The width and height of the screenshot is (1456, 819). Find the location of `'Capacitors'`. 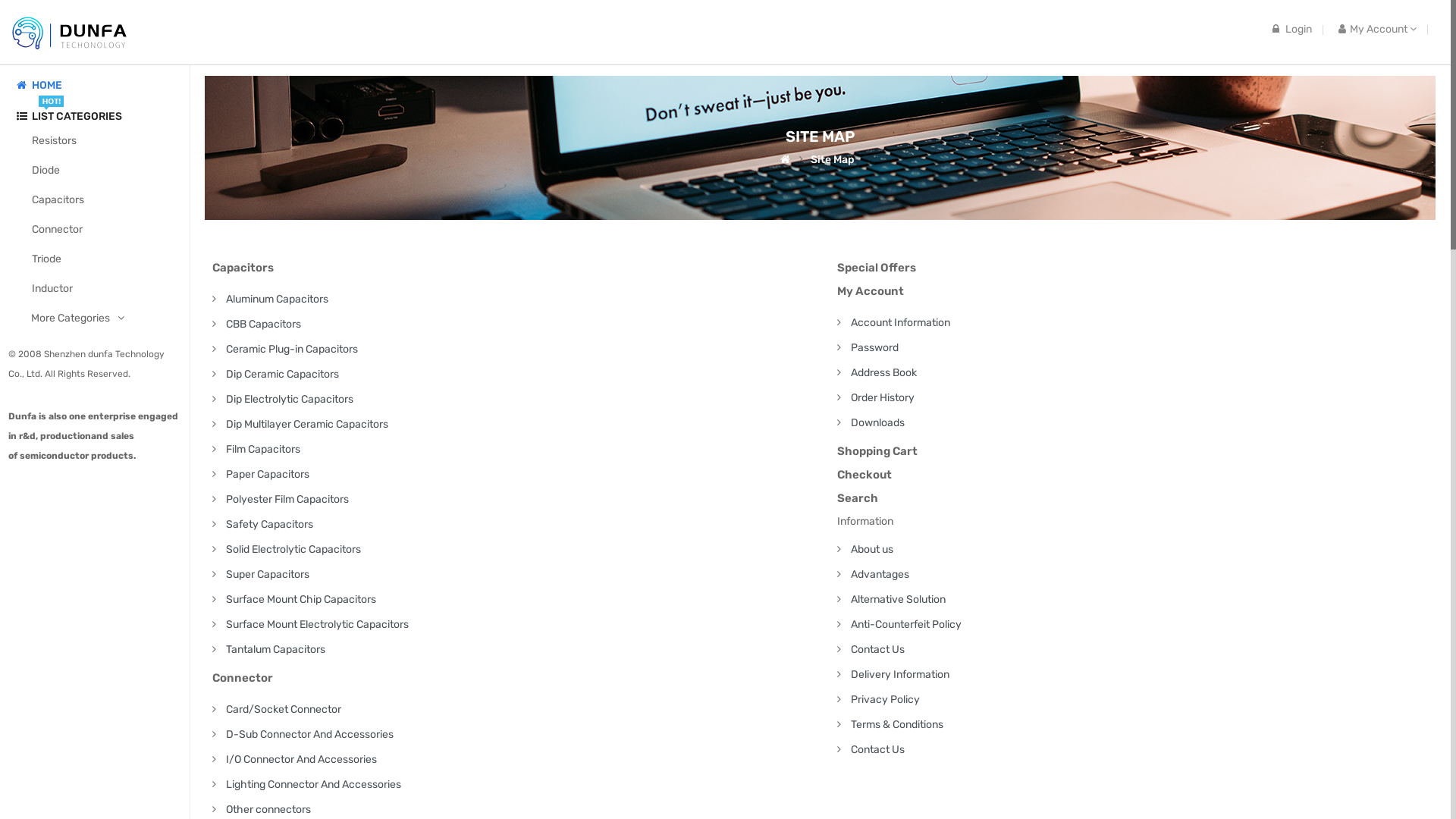

'Capacitors' is located at coordinates (105, 199).